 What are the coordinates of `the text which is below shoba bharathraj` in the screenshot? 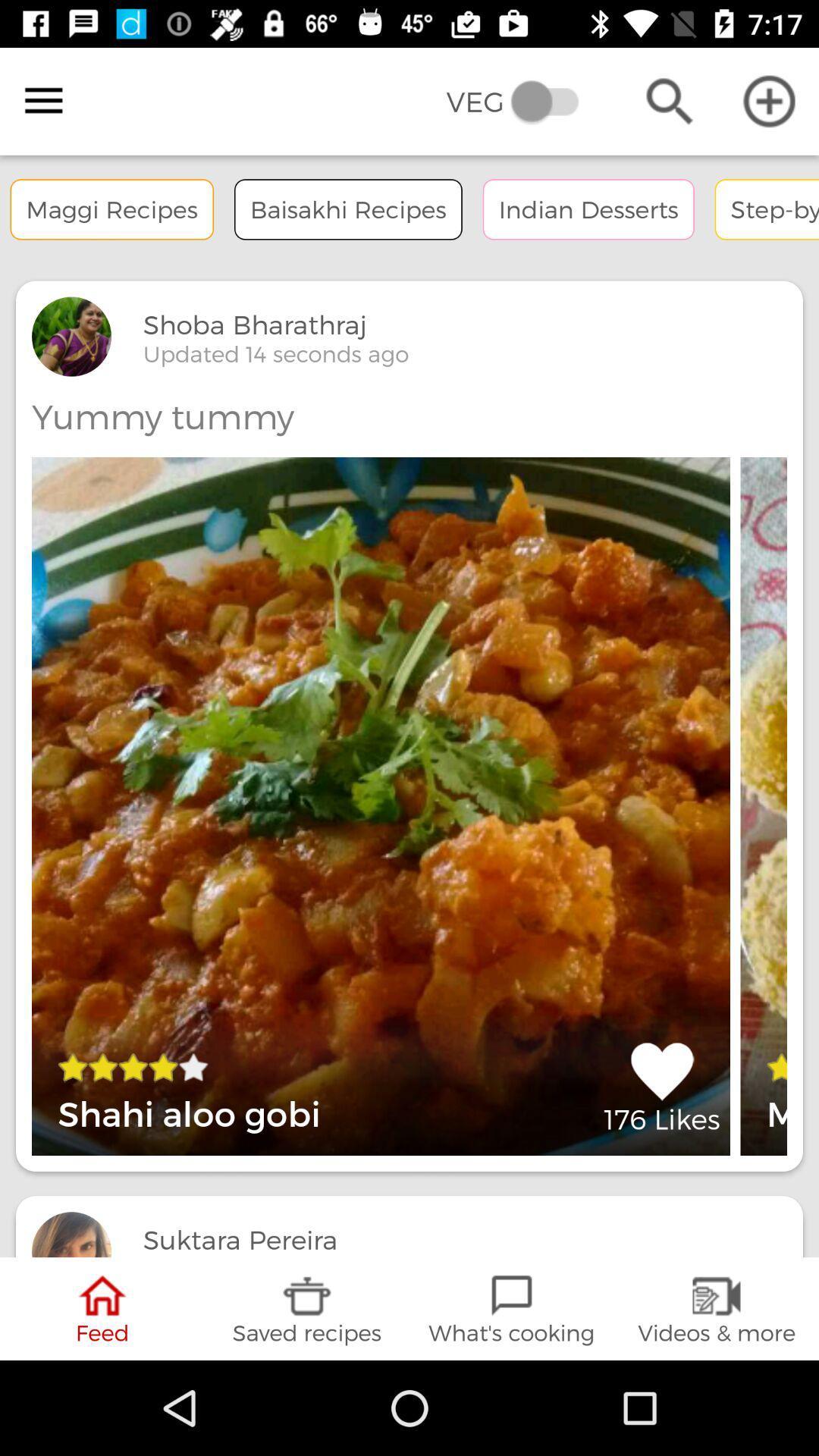 It's located at (275, 353).